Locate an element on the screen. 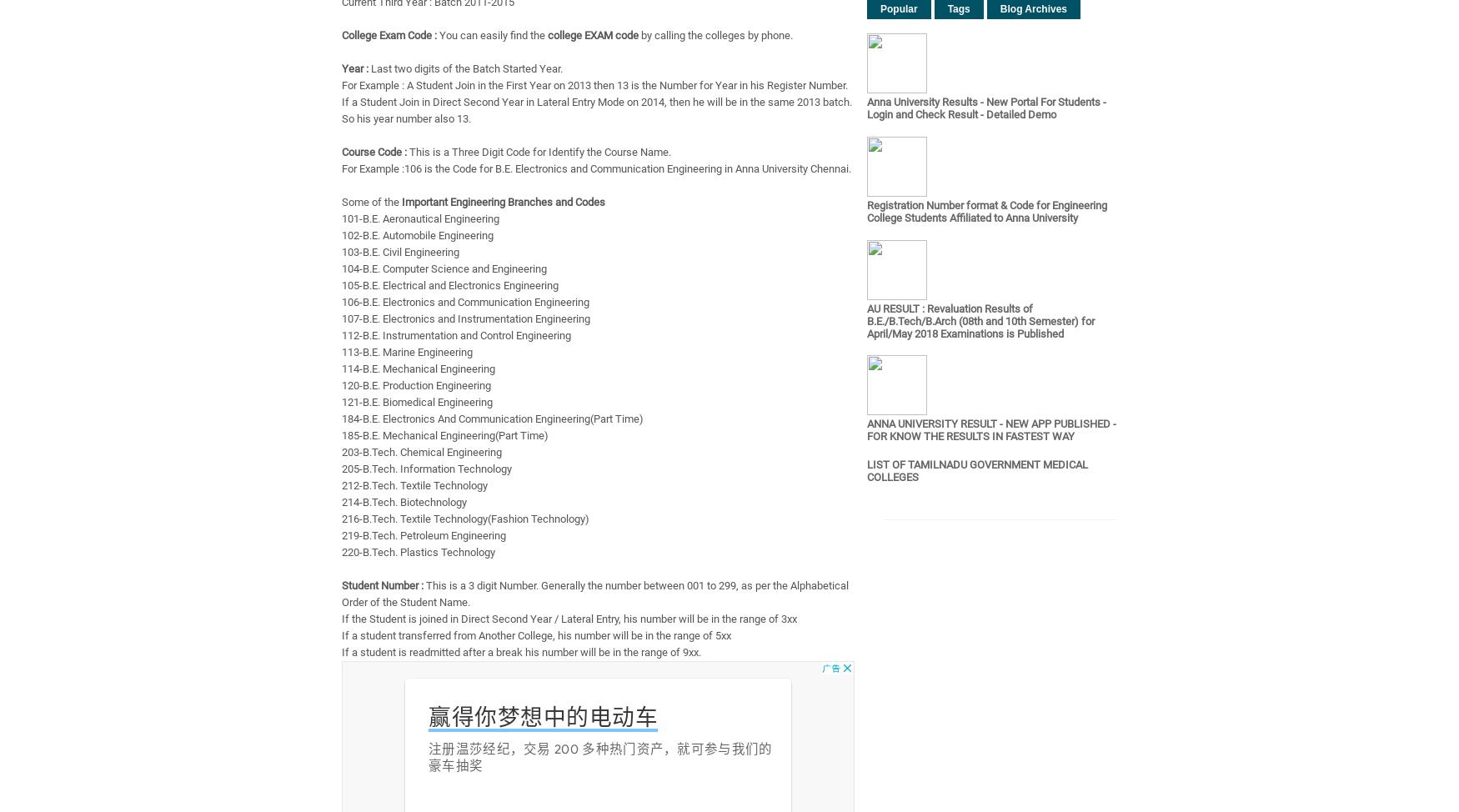 This screenshot has width=1459, height=812. 'Some of the' is located at coordinates (372, 202).